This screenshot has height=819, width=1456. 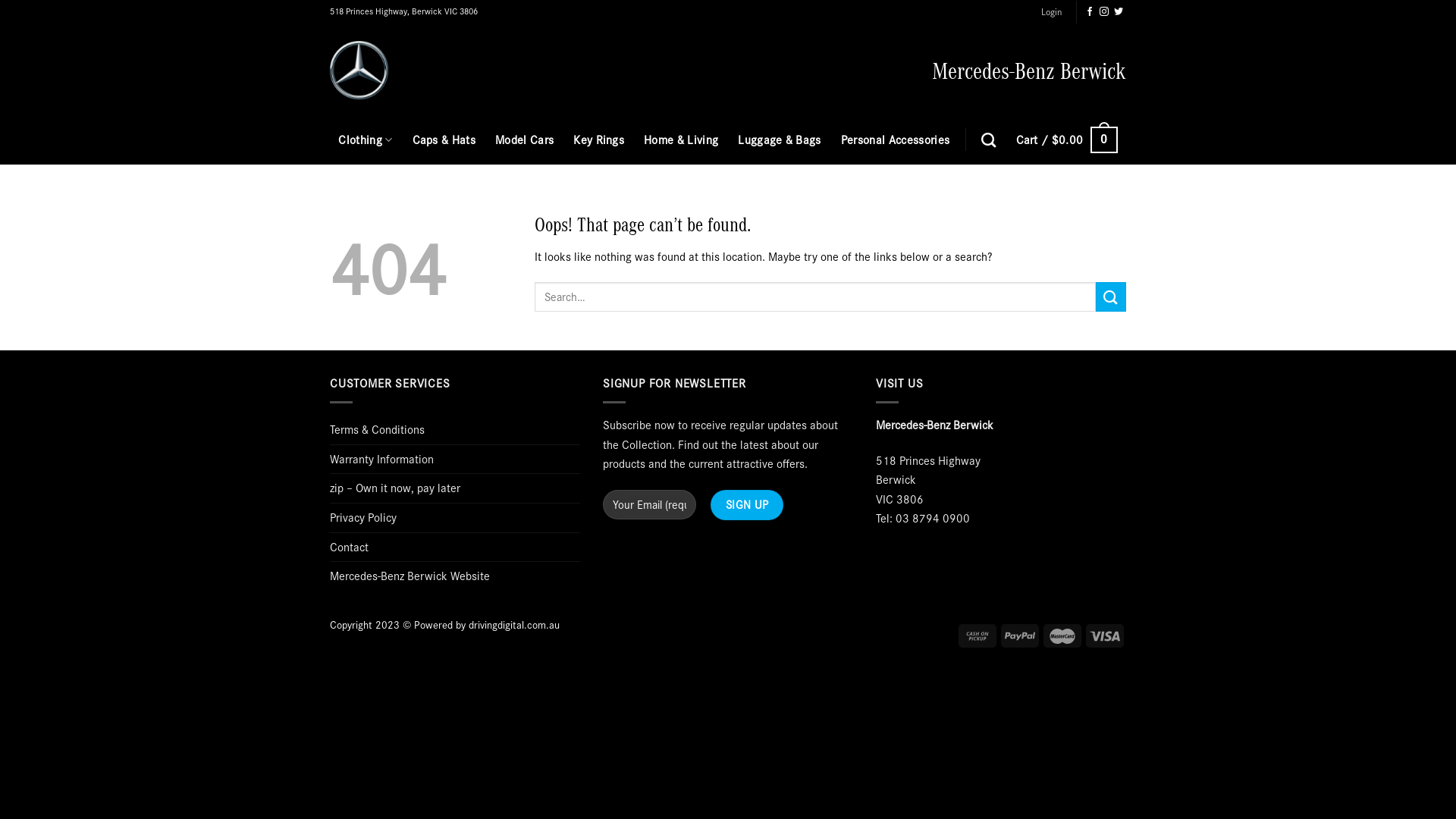 I want to click on 'drivingdigital.com.au', so click(x=513, y=625).